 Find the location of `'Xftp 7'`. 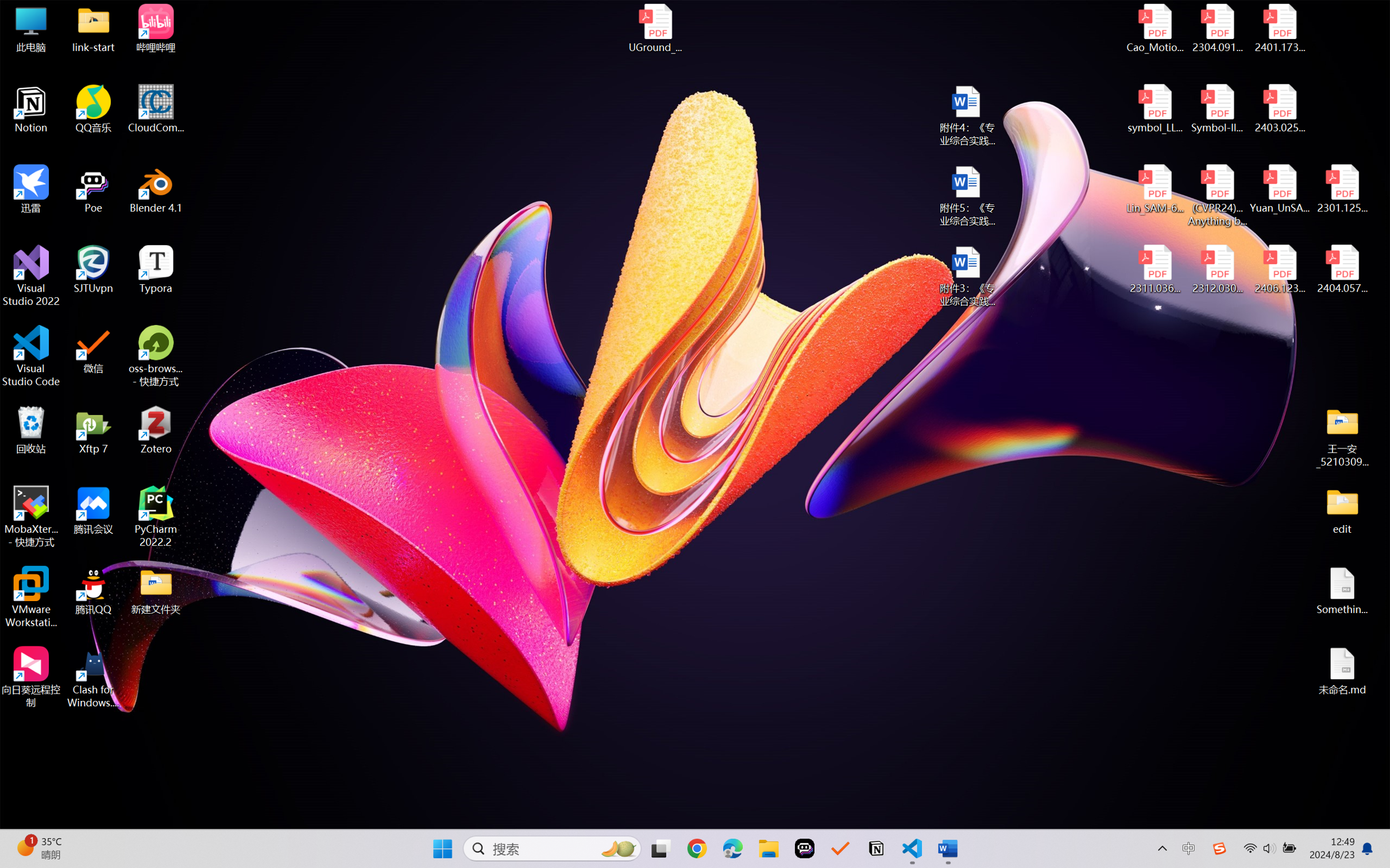

'Xftp 7' is located at coordinates (94, 429).